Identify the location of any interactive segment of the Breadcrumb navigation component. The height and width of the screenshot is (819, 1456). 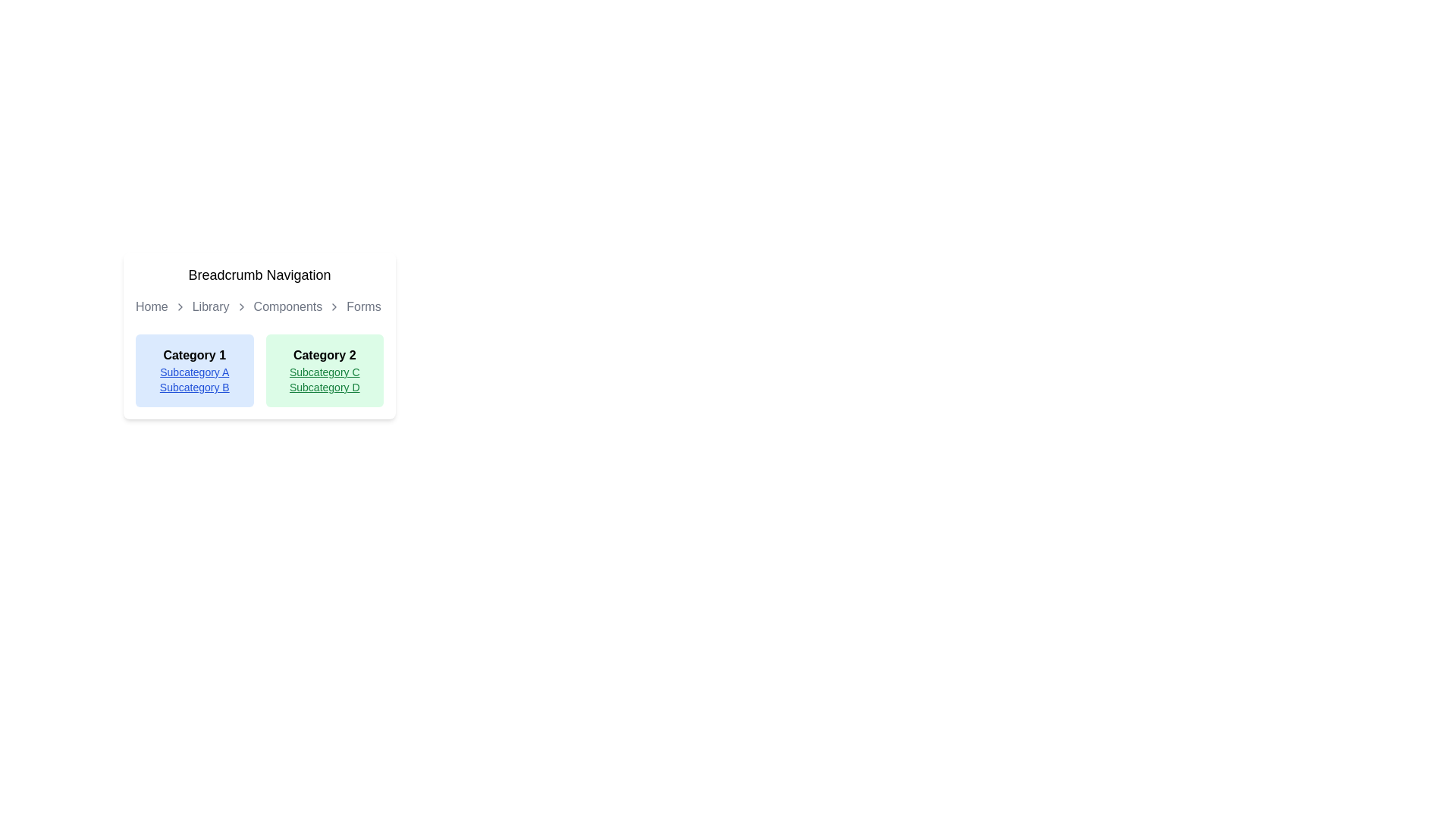
(259, 307).